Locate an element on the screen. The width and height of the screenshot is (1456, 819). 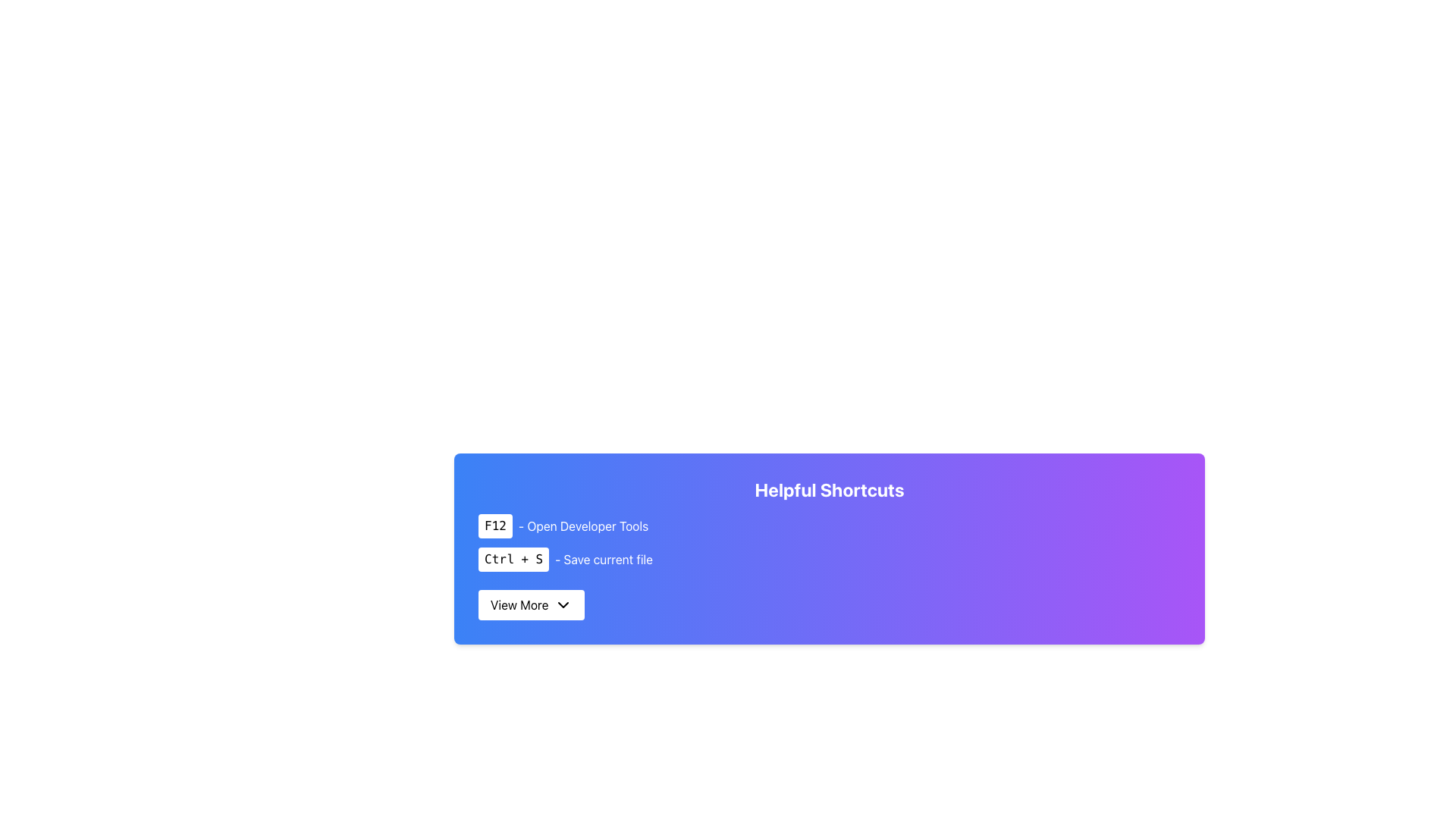
the Text Label that visually represents the keyboard shortcut 'F12', which is associated with opening developer tools is located at coordinates (495, 526).